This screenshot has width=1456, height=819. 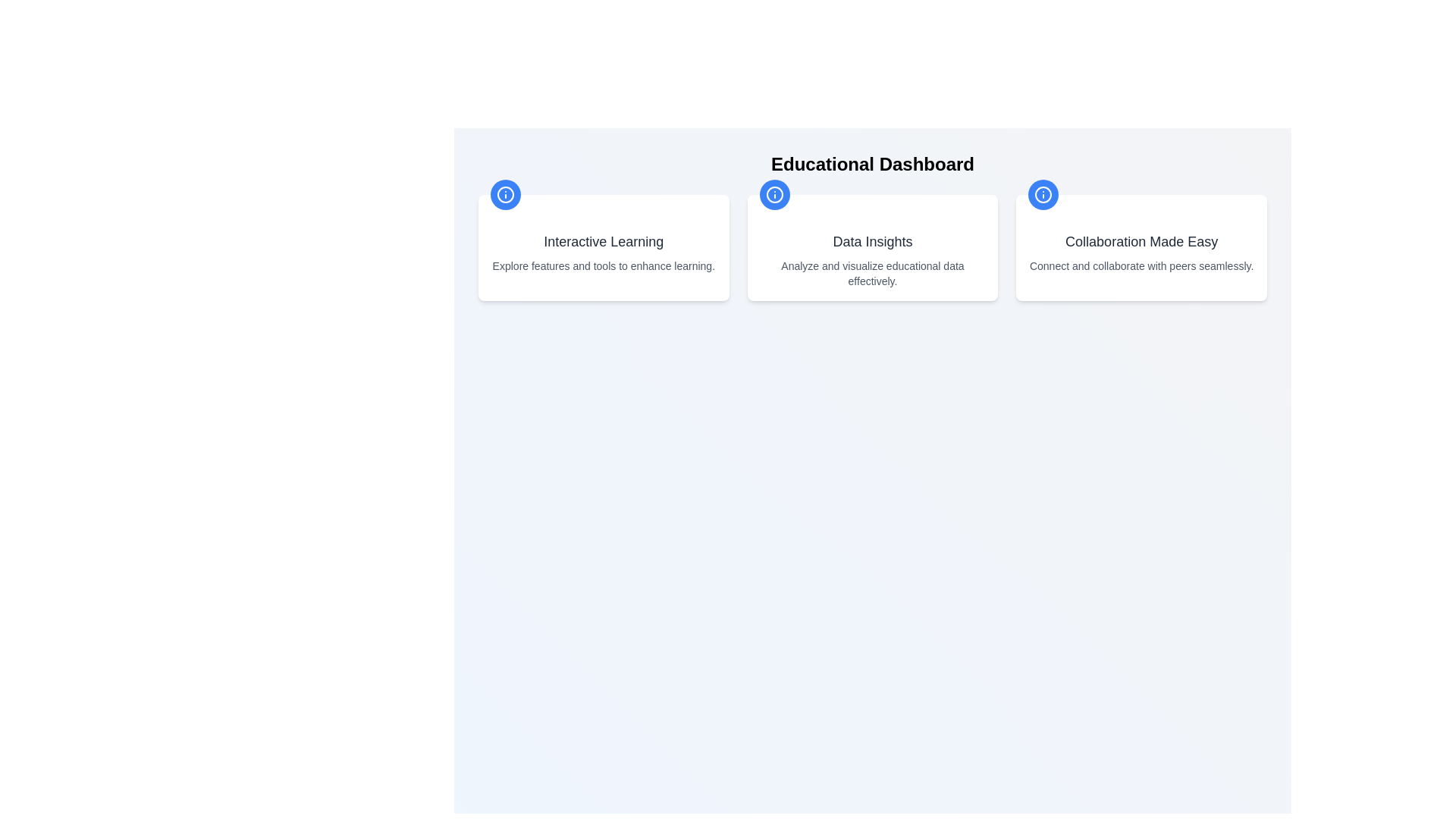 I want to click on the Icon Button positioned above the 'Data Insights' card in the second column, so click(x=774, y=194).